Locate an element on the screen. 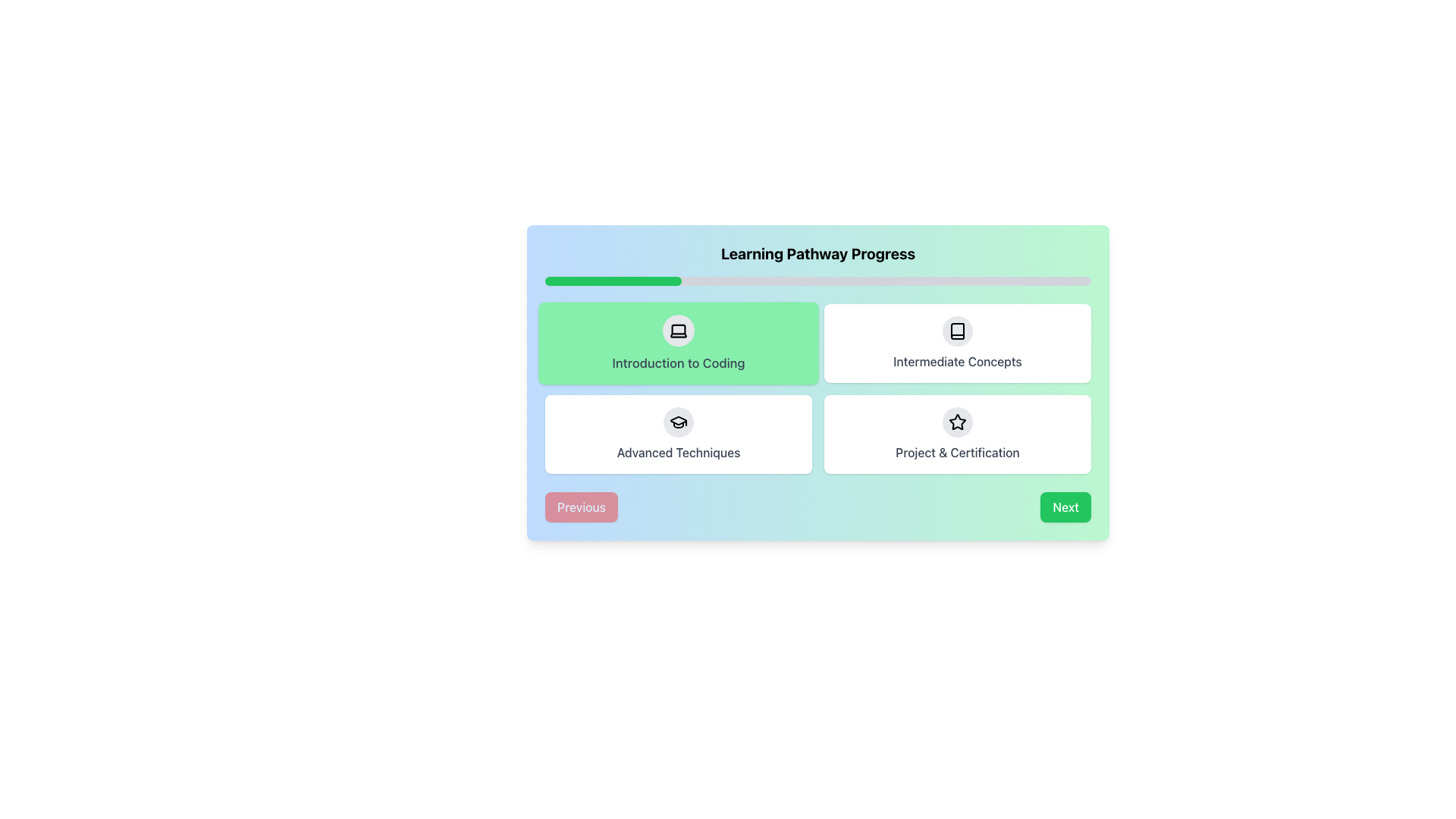  progress is located at coordinates (867, 281).